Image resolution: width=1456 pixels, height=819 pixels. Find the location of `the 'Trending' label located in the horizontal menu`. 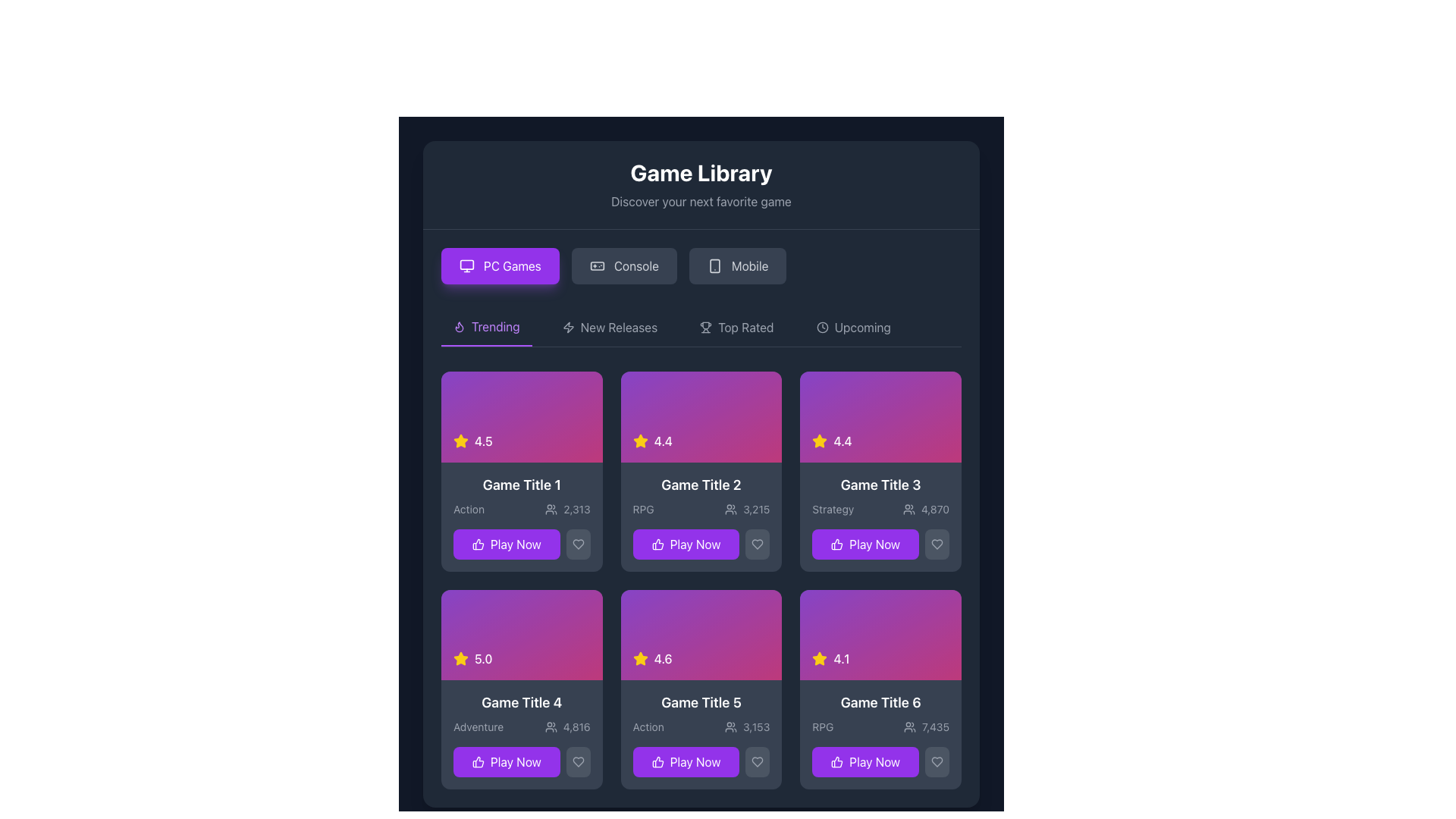

the 'Trending' label located in the horizontal menu is located at coordinates (495, 326).